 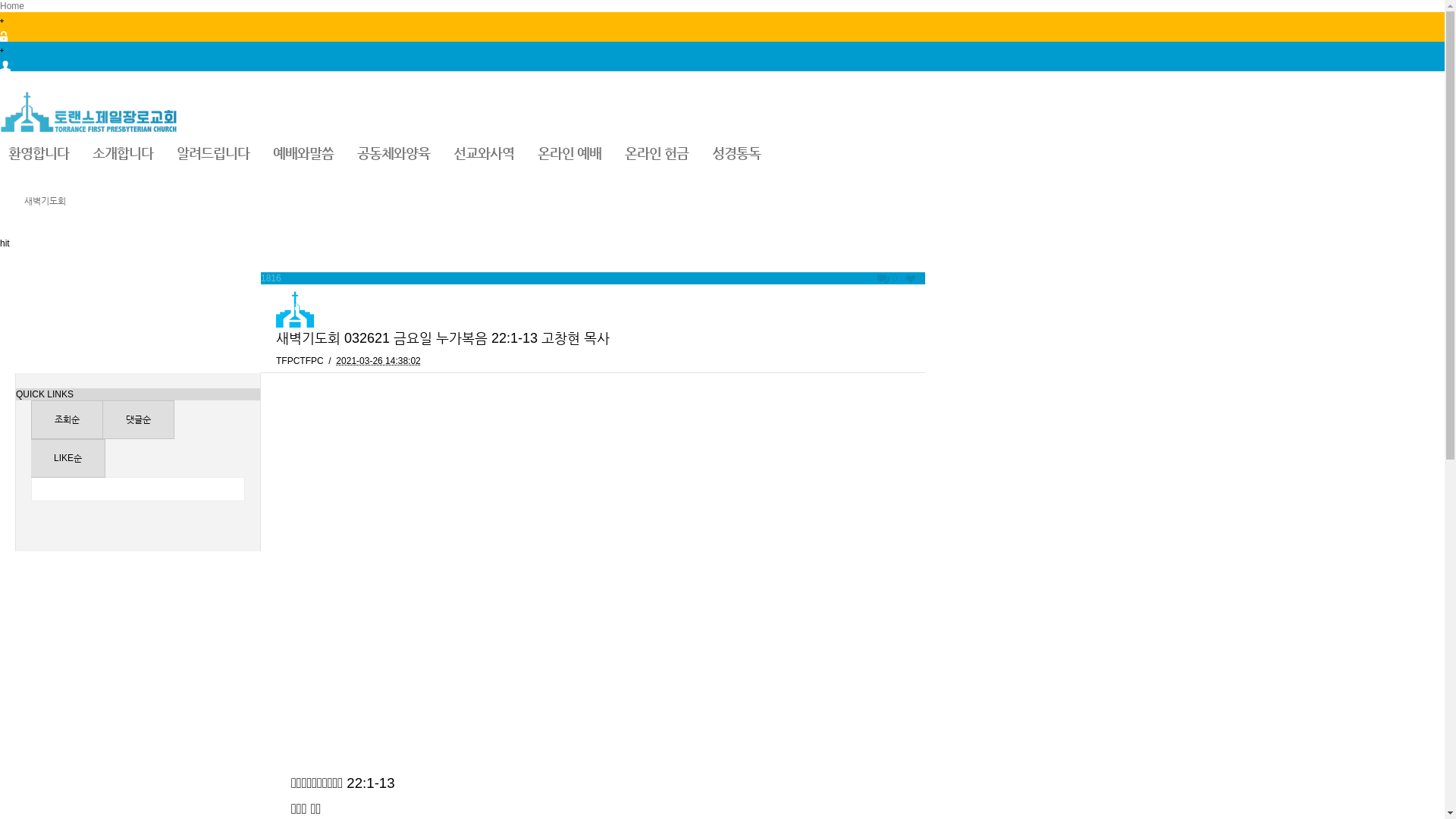 I want to click on '1816', so click(x=261, y=278).